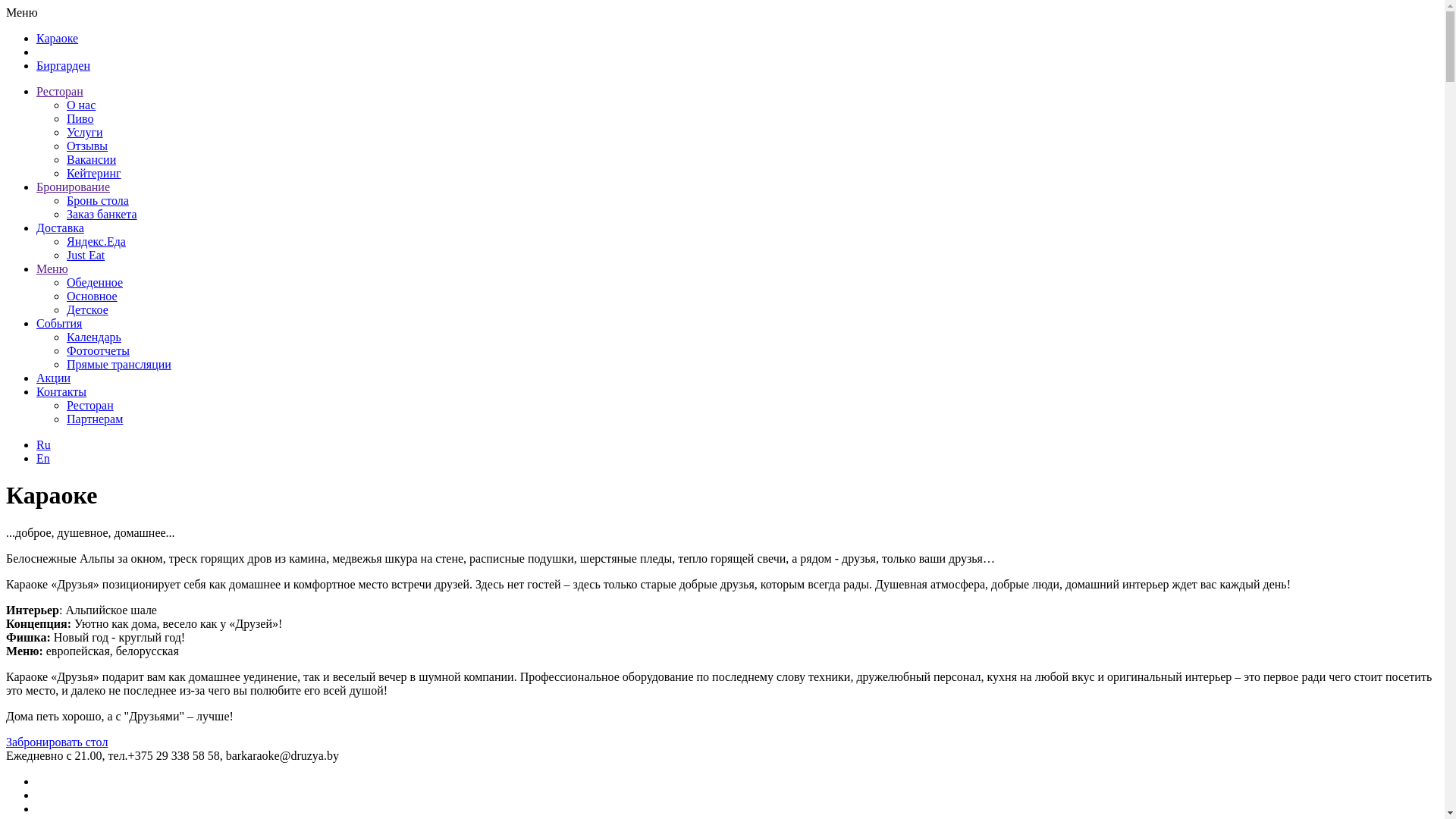  Describe the element at coordinates (43, 457) in the screenshot. I see `'En'` at that location.